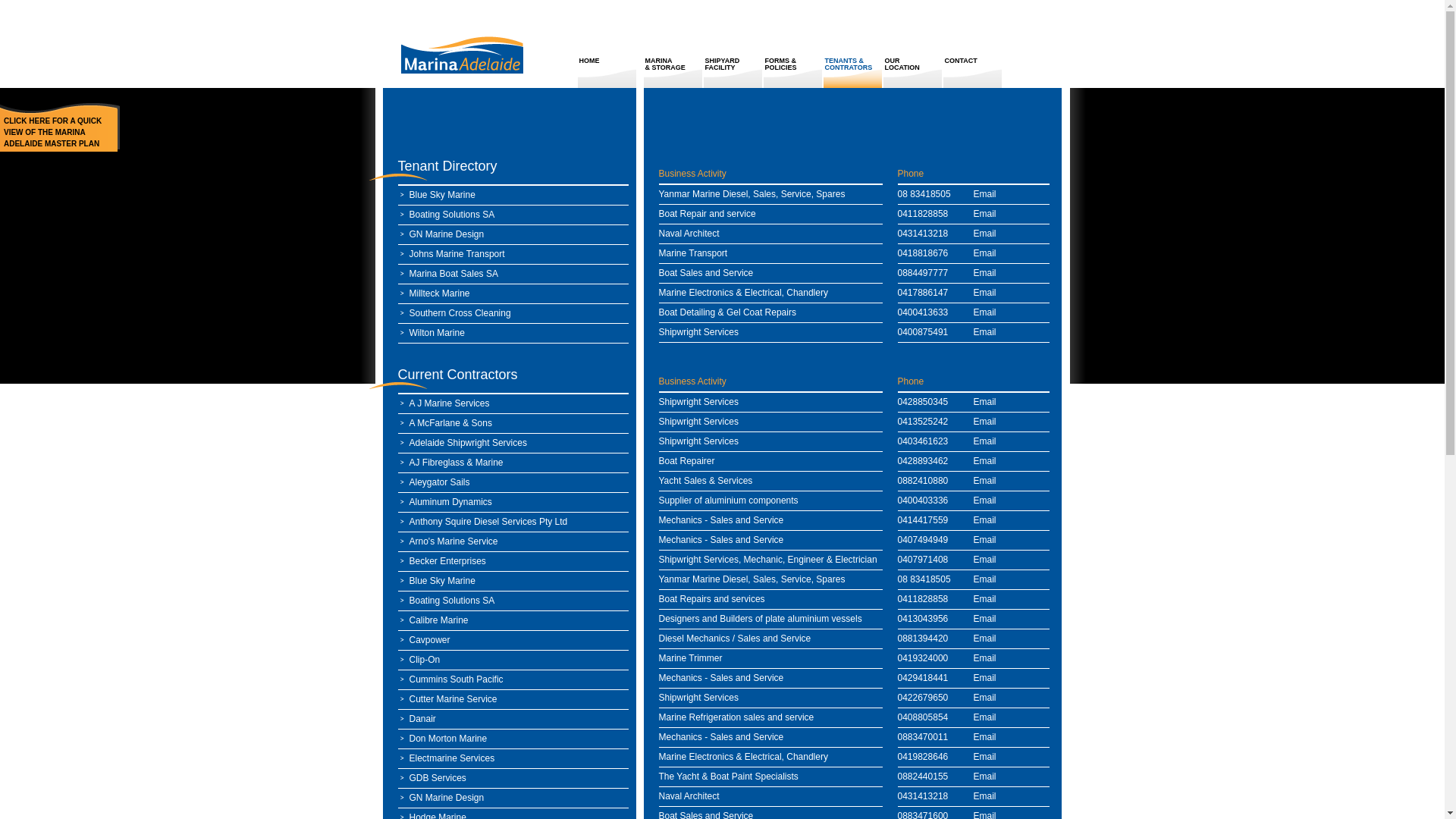 This screenshot has width=1456, height=819. What do you see at coordinates (985, 776) in the screenshot?
I see `'Email'` at bounding box center [985, 776].